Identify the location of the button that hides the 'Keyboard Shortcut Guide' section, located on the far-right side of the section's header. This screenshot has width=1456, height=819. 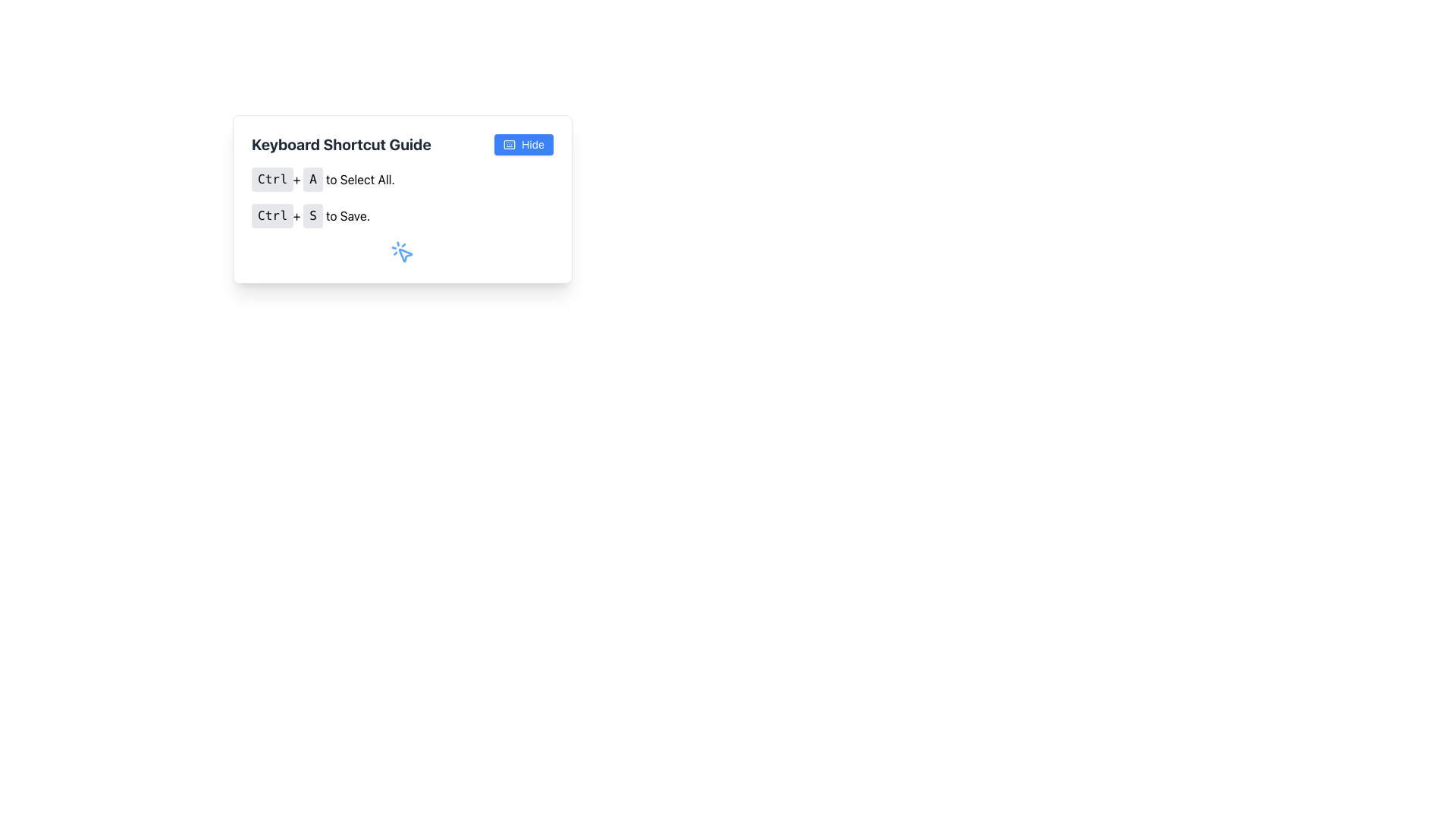
(524, 145).